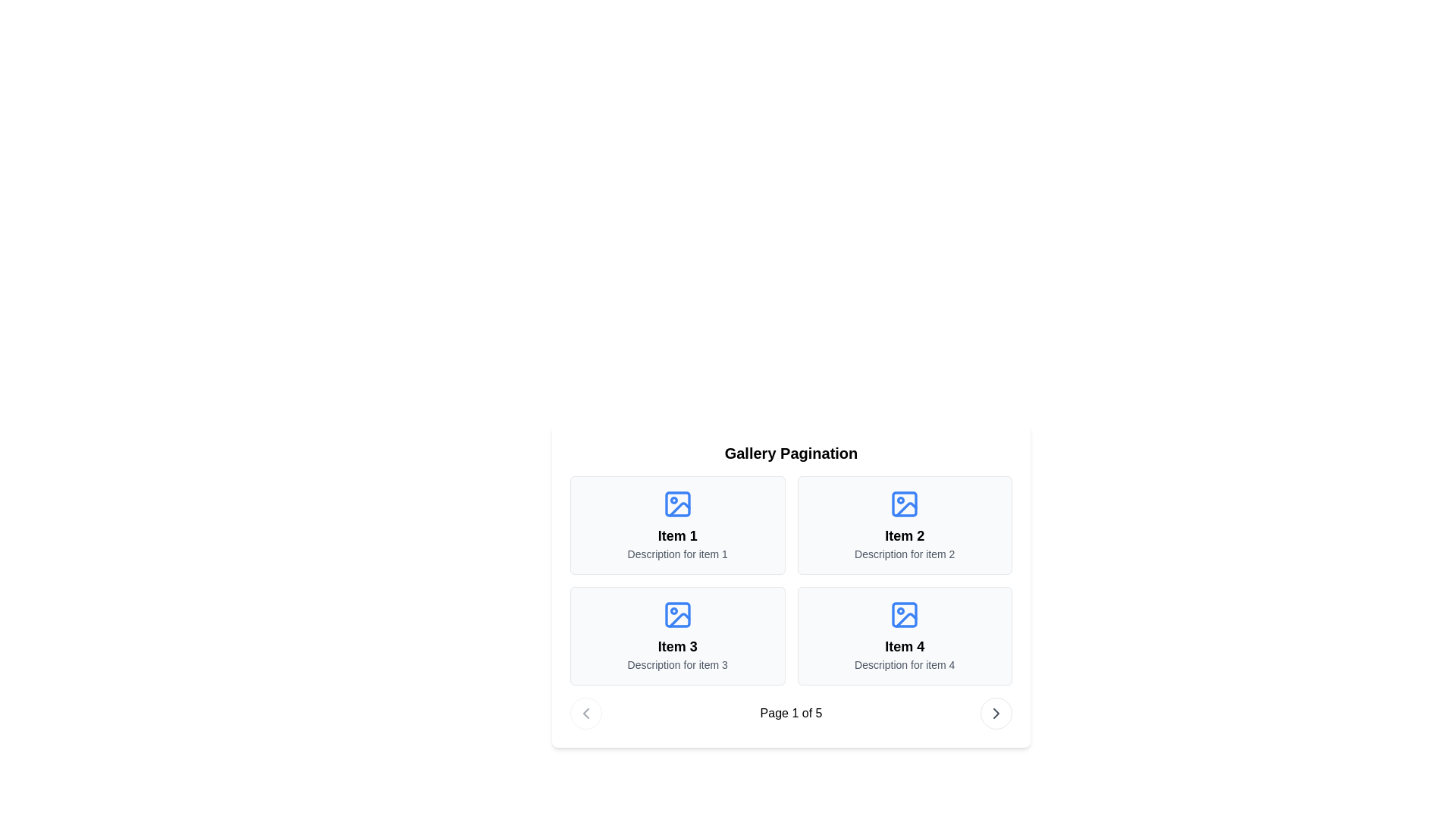  What do you see at coordinates (676, 554) in the screenshot?
I see `descriptive text label located at the bottom section of the card associated with 'Item 1'` at bounding box center [676, 554].